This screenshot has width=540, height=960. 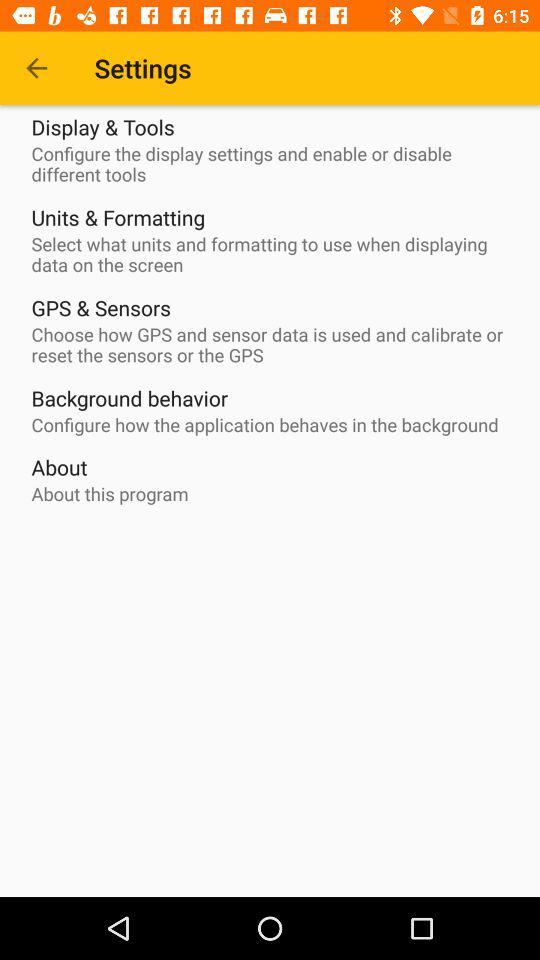 What do you see at coordinates (36, 68) in the screenshot?
I see `item above display & tools item` at bounding box center [36, 68].